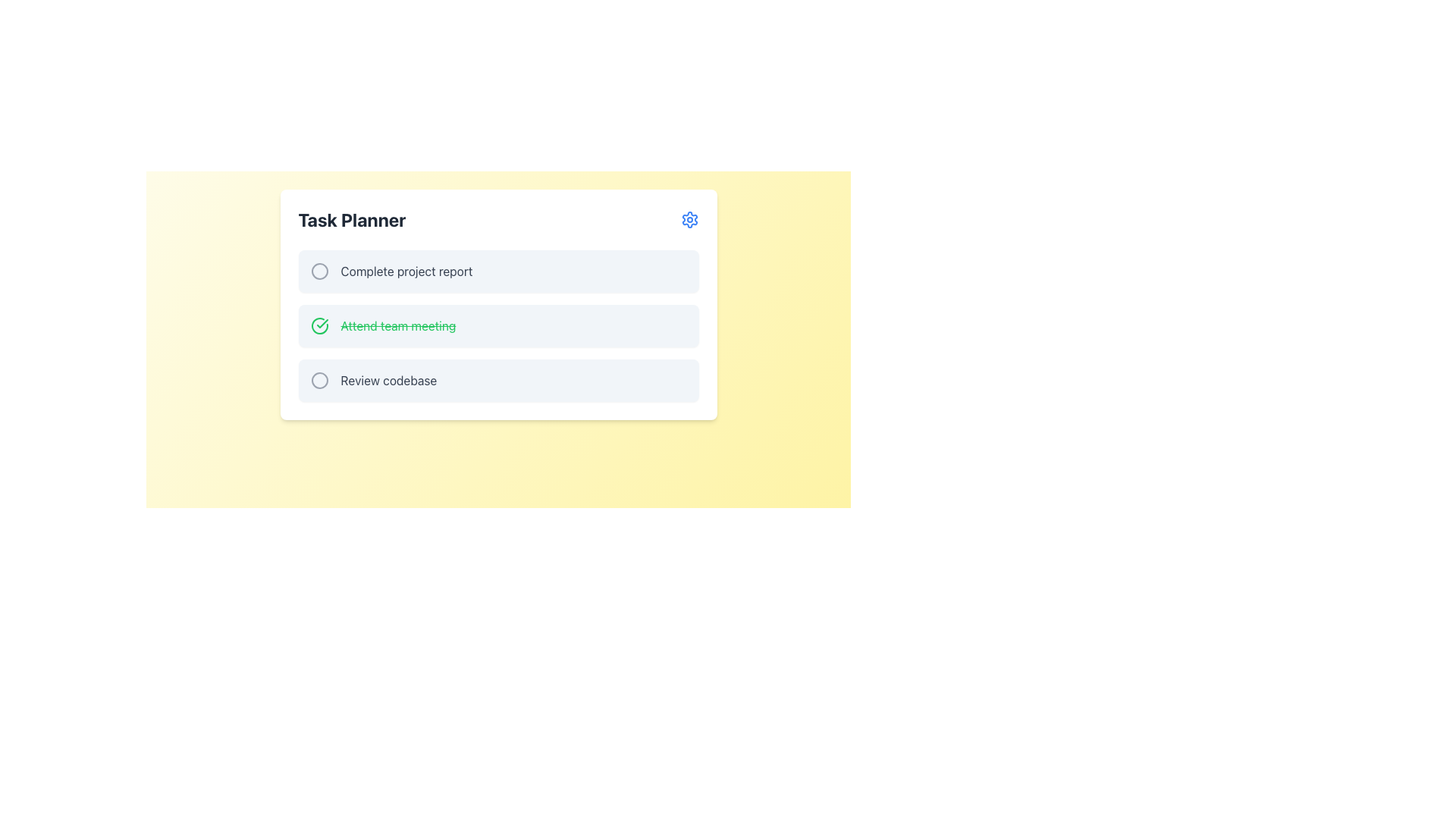  Describe the element at coordinates (318, 271) in the screenshot. I see `the unchecked task icon represented by the circular part of the SVG located to the left of the 'Complete project report' task text` at that location.